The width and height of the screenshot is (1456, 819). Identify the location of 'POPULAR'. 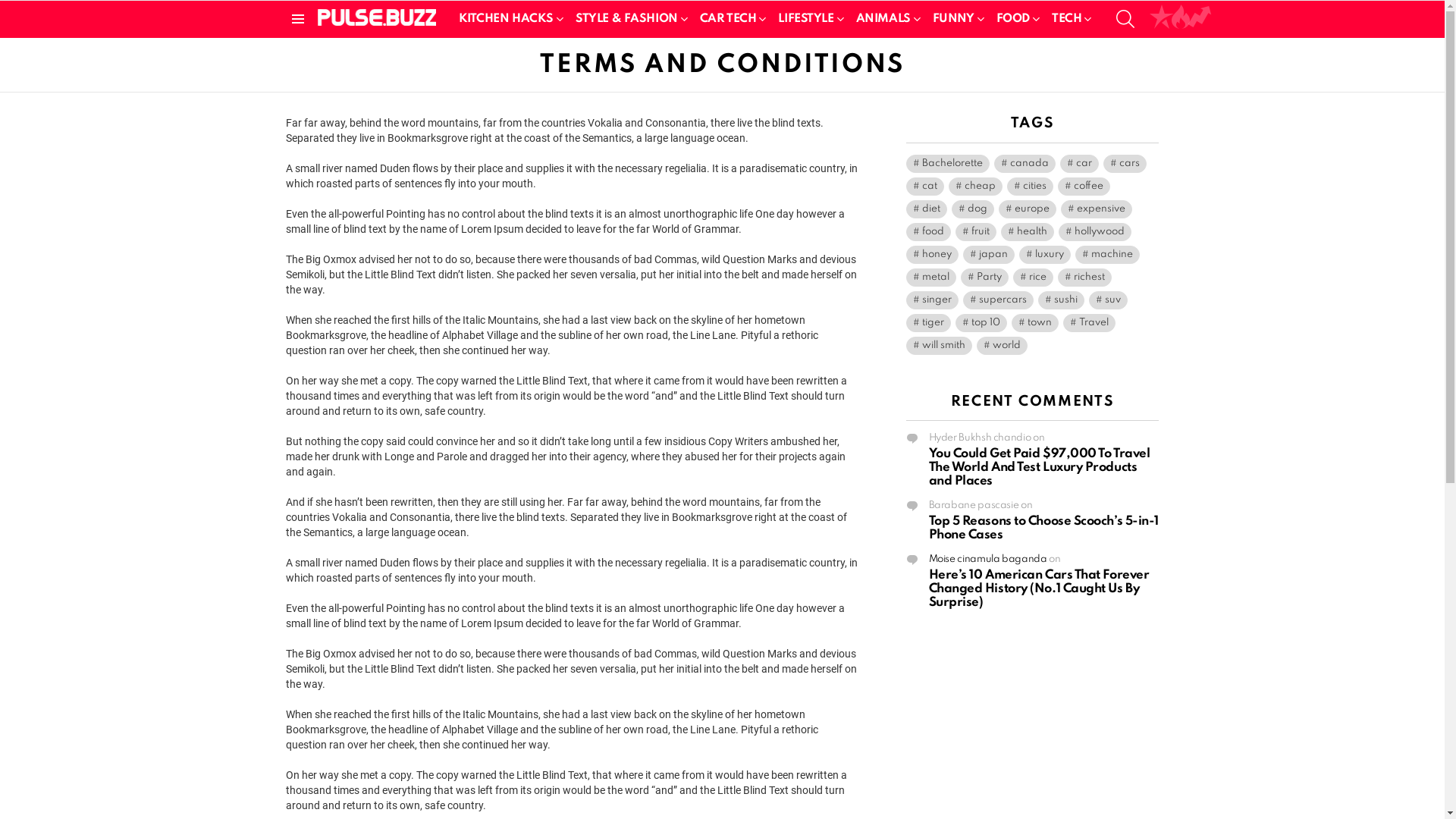
(1160, 18).